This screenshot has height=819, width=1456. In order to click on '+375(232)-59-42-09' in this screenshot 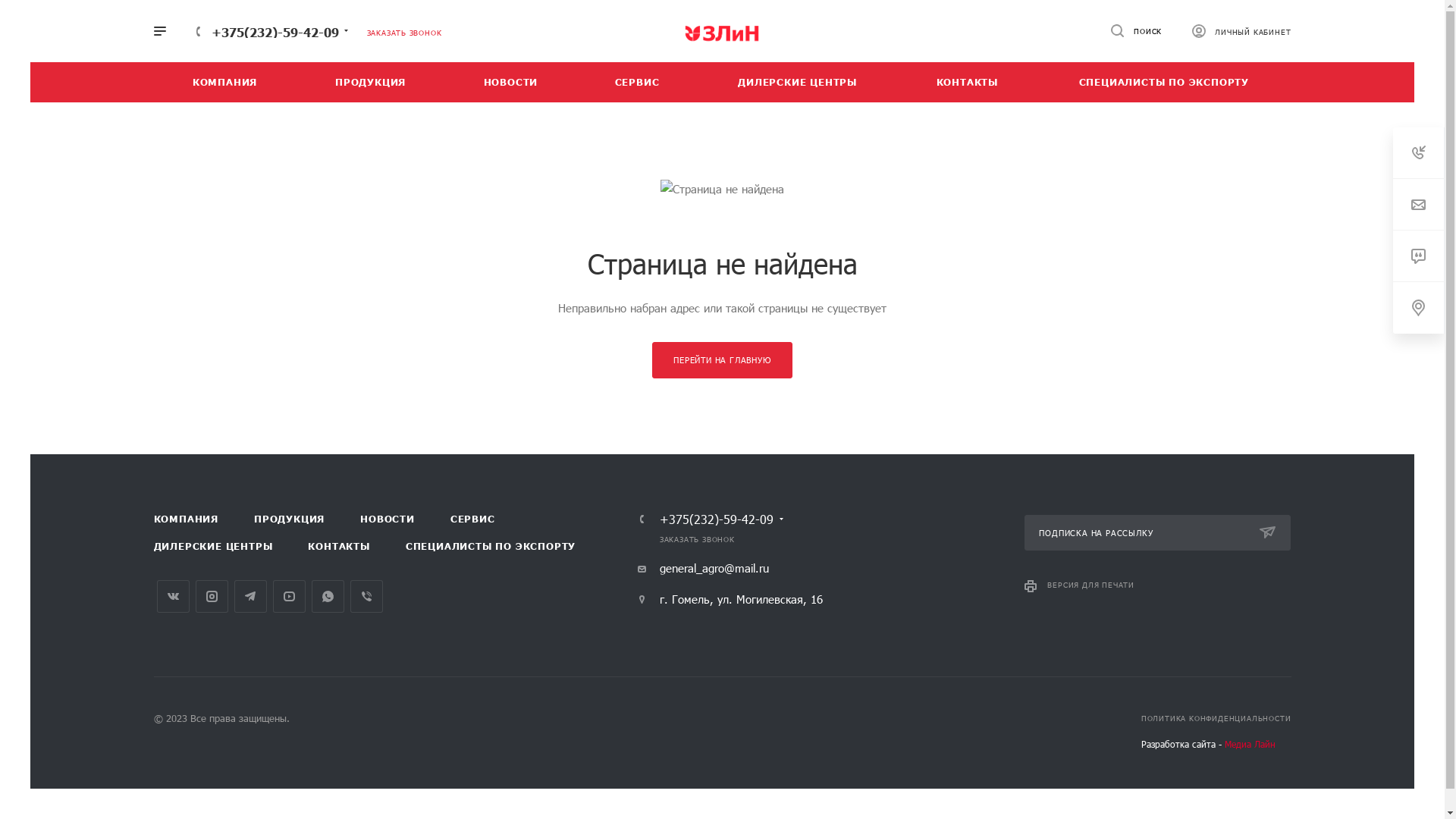, I will do `click(716, 519)`.